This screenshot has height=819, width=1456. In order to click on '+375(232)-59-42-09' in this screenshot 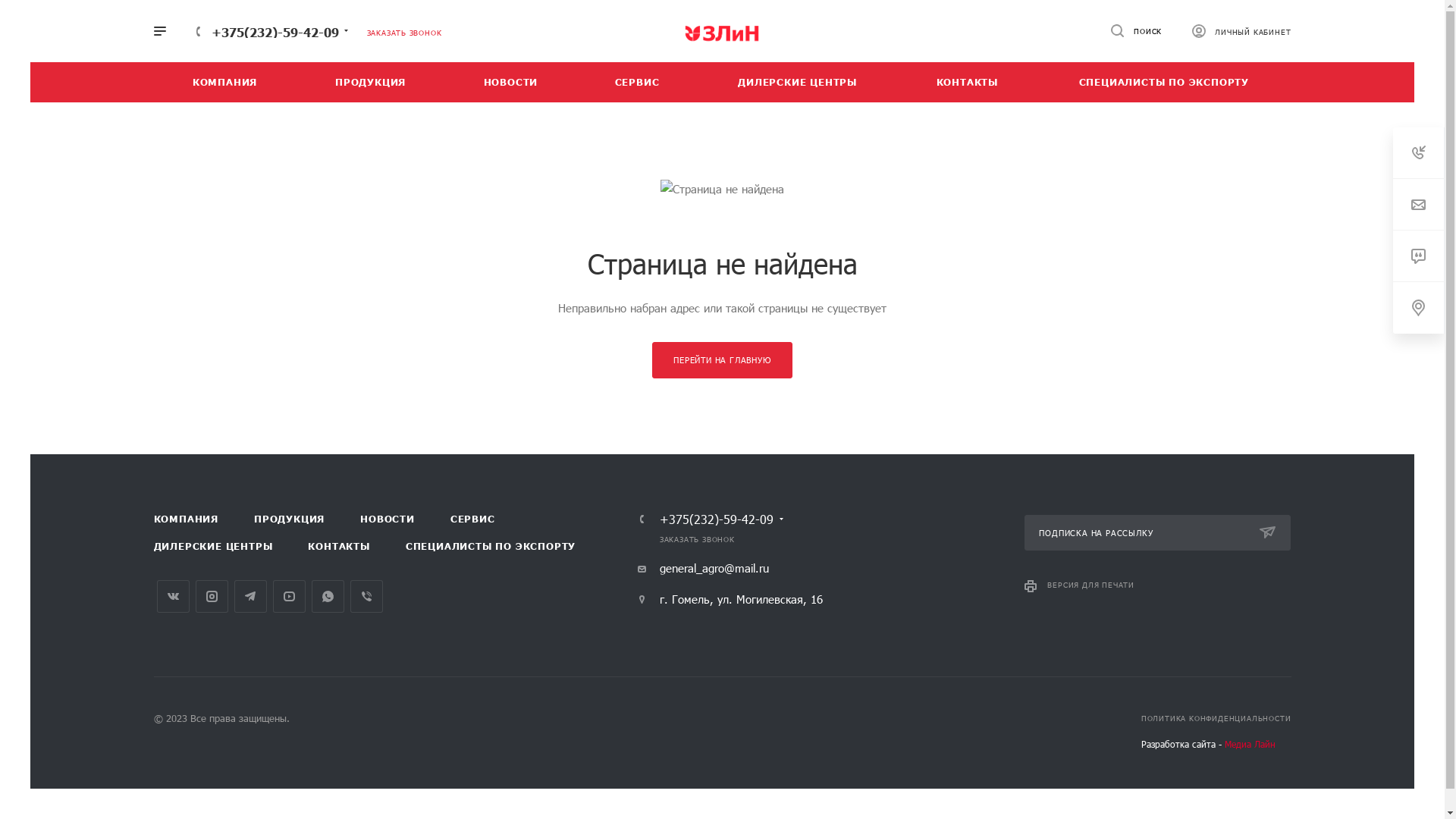, I will do `click(716, 519)`.